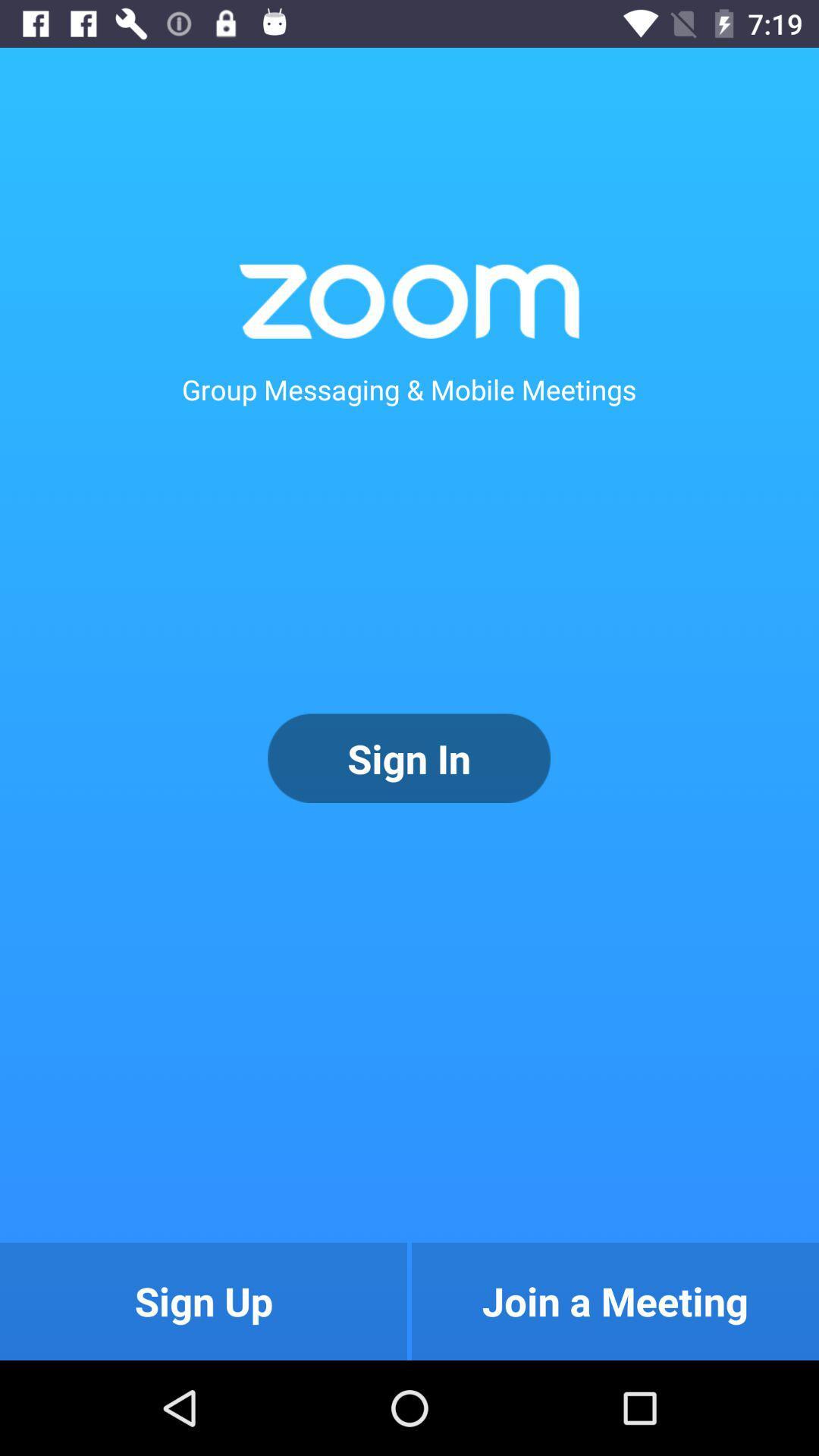 This screenshot has width=819, height=1456. Describe the element at coordinates (408, 758) in the screenshot. I see `sign in icon` at that location.